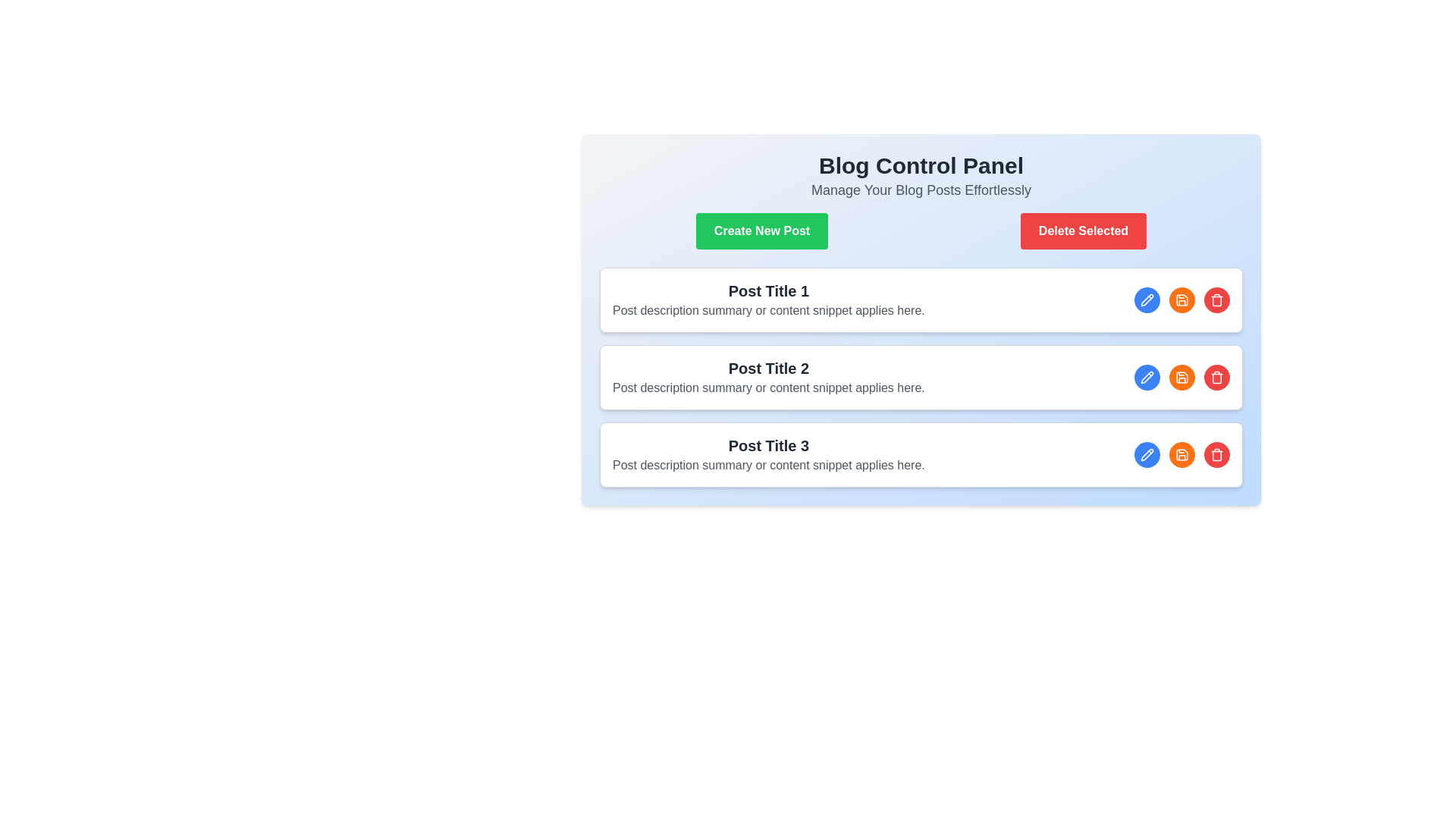 The width and height of the screenshot is (1456, 819). Describe the element at coordinates (768, 454) in the screenshot. I see `the textual UI component labeled 'Post Title 3', which includes the title 'Post Title 3' and the description 'Post description summary or content snippet applies here.'` at that location.